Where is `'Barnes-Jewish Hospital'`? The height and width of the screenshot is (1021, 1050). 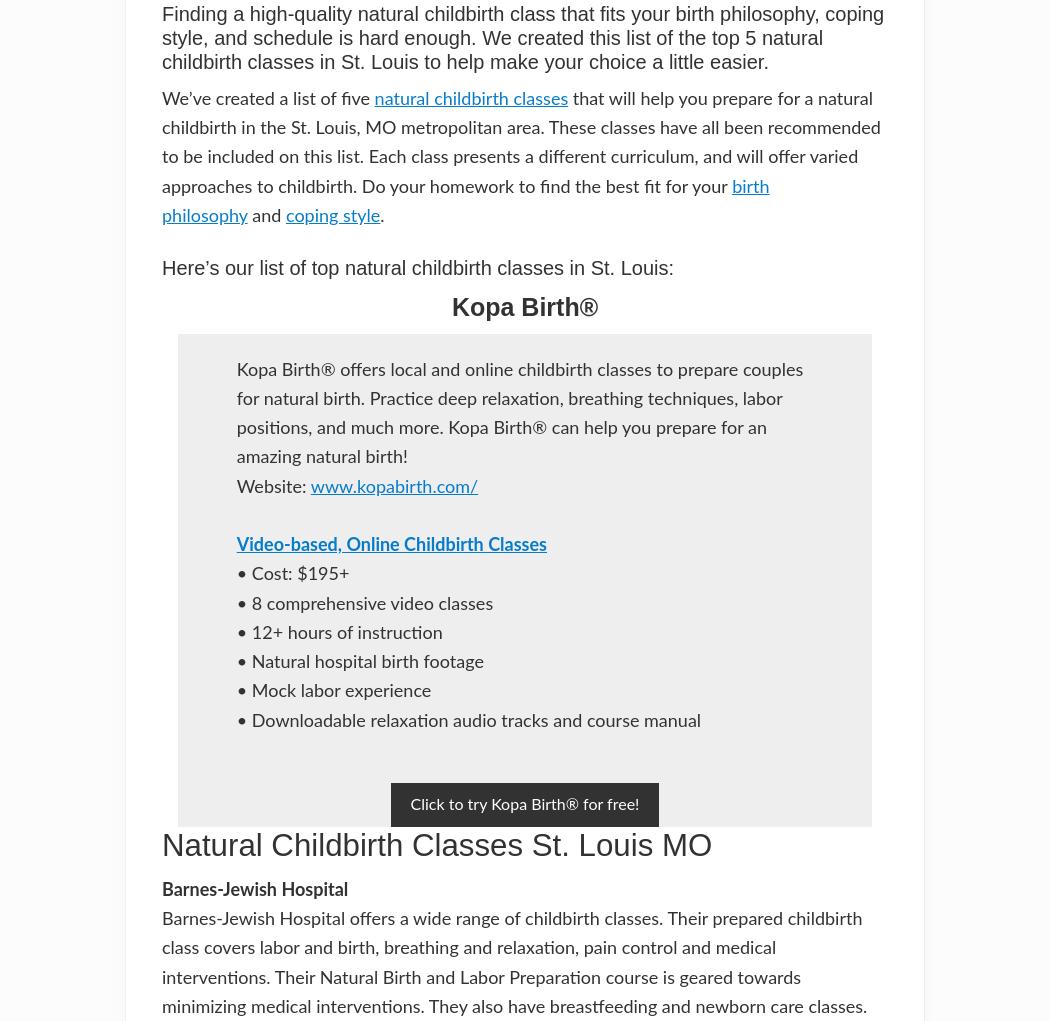 'Barnes-Jewish Hospital' is located at coordinates (255, 889).